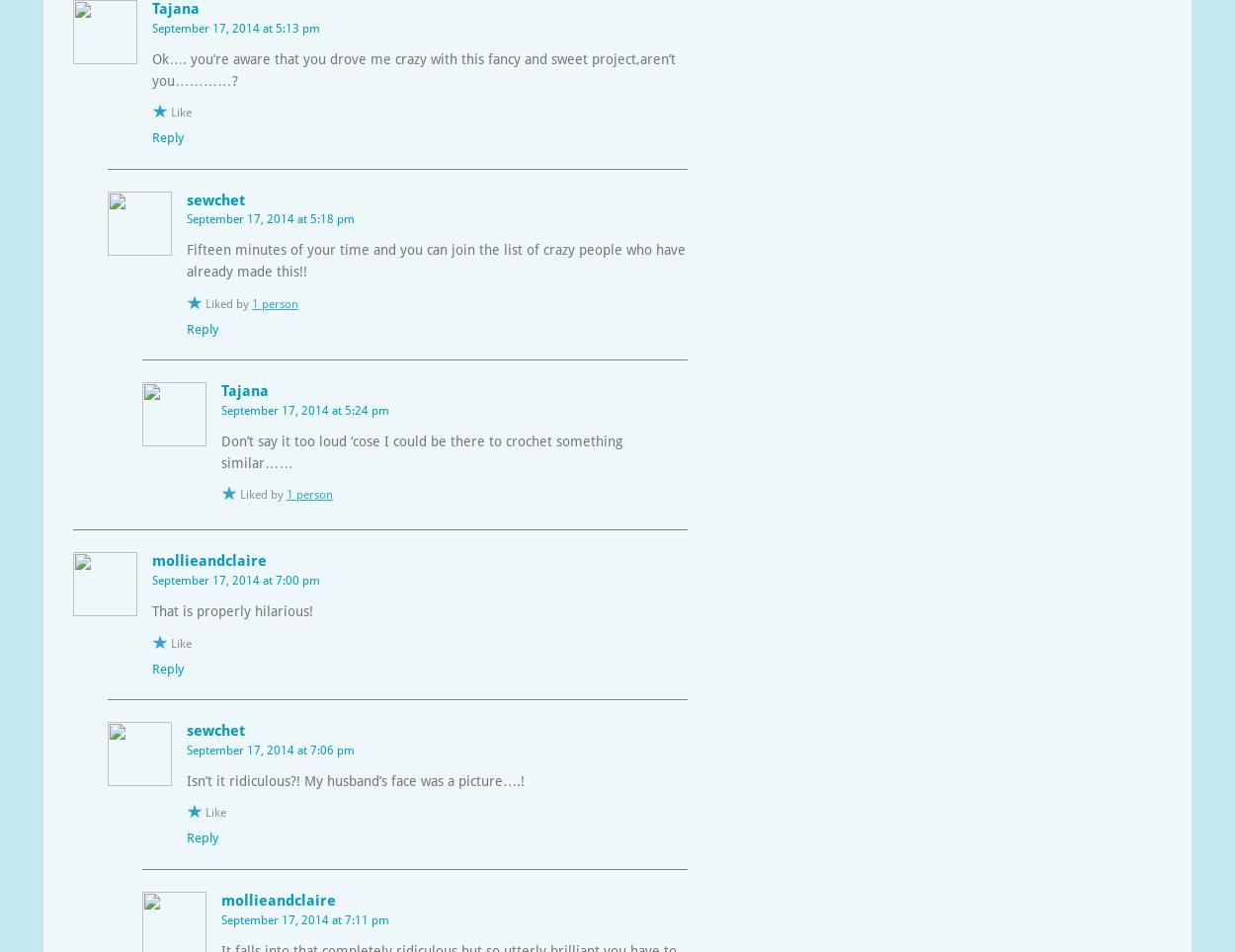 This screenshot has width=1235, height=952. Describe the element at coordinates (305, 919) in the screenshot. I see `'September 17, 2014 at 7:11 pm'` at that location.